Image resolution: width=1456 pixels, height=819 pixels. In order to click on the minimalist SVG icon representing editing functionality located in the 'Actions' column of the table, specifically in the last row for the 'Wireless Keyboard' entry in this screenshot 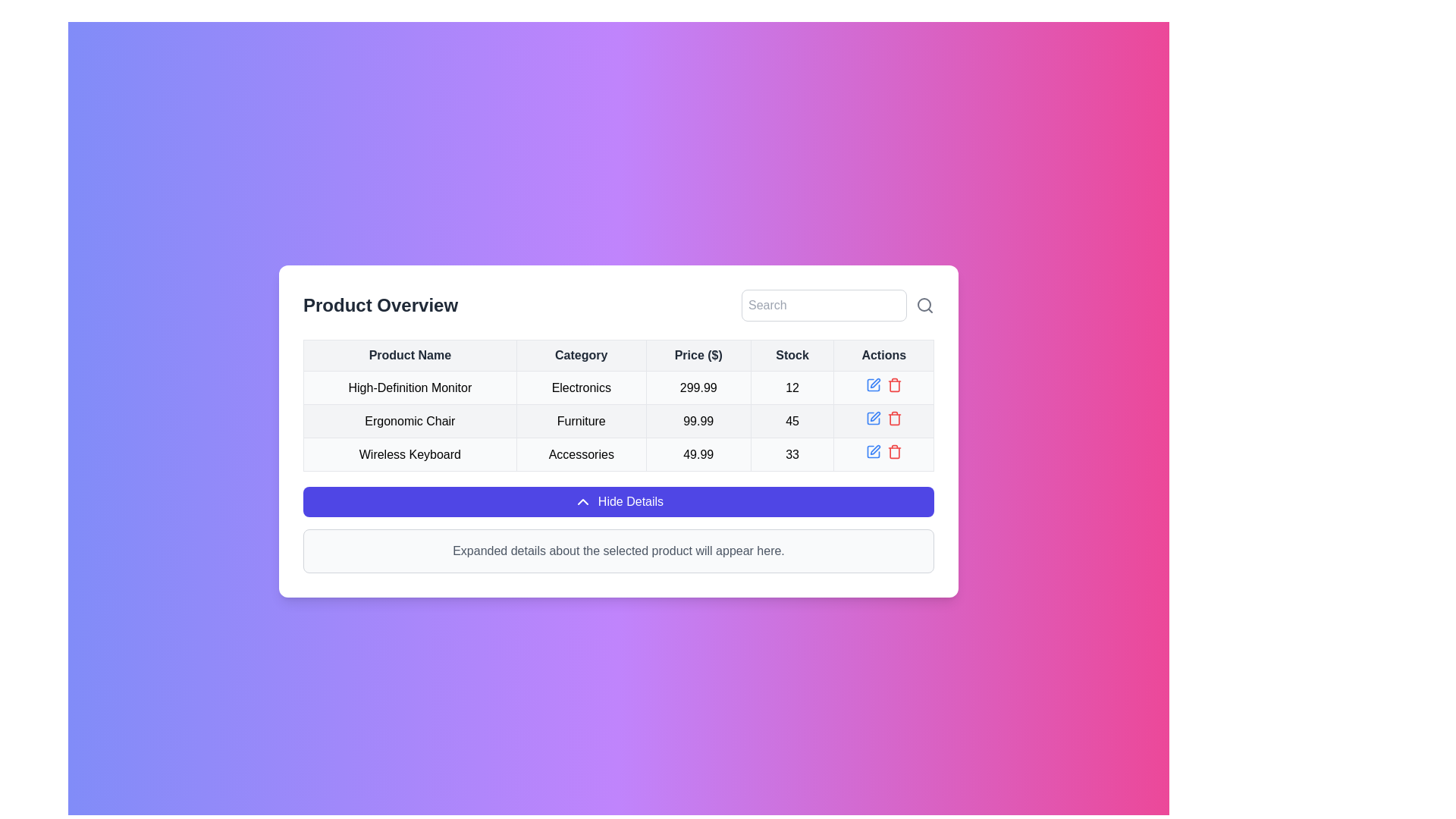, I will do `click(873, 451)`.